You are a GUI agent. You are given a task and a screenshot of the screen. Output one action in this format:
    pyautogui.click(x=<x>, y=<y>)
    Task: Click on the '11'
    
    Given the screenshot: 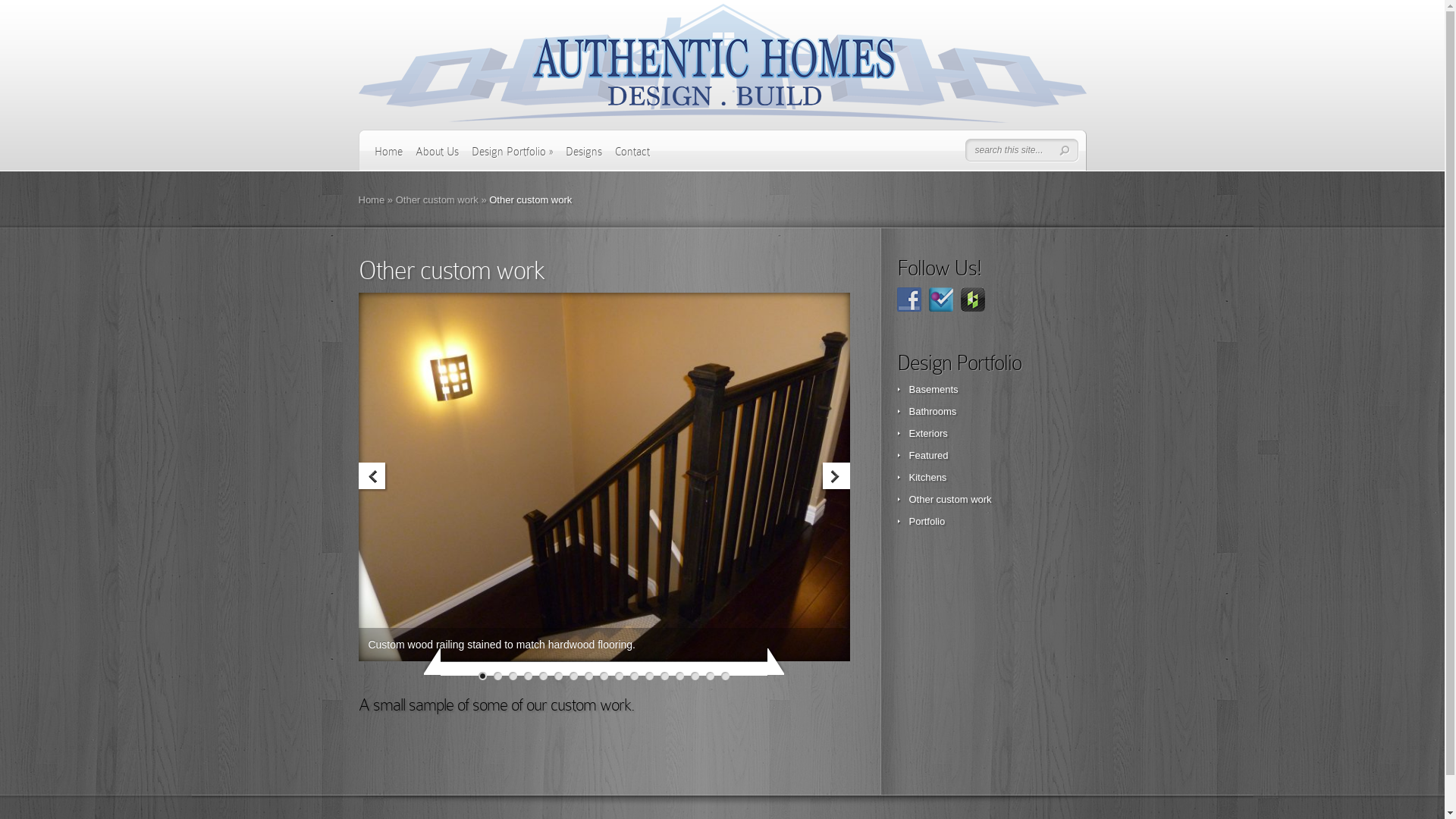 What is the action you would take?
    pyautogui.click(x=629, y=675)
    